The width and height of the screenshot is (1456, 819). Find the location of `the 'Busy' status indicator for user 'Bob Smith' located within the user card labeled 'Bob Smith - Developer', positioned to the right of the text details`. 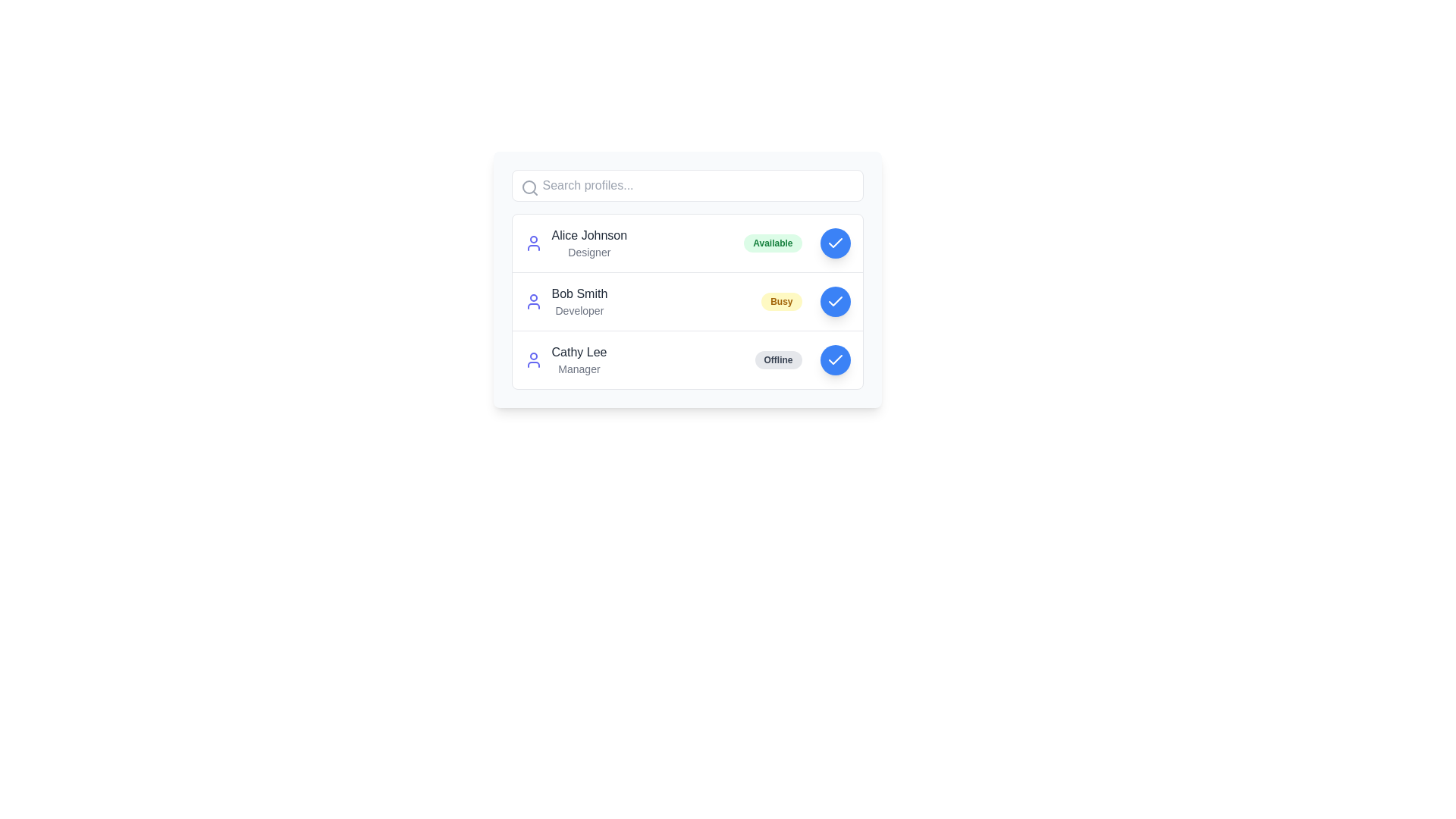

the 'Busy' status indicator for user 'Bob Smith' located within the user card labeled 'Bob Smith - Developer', positioned to the right of the text details is located at coordinates (781, 301).